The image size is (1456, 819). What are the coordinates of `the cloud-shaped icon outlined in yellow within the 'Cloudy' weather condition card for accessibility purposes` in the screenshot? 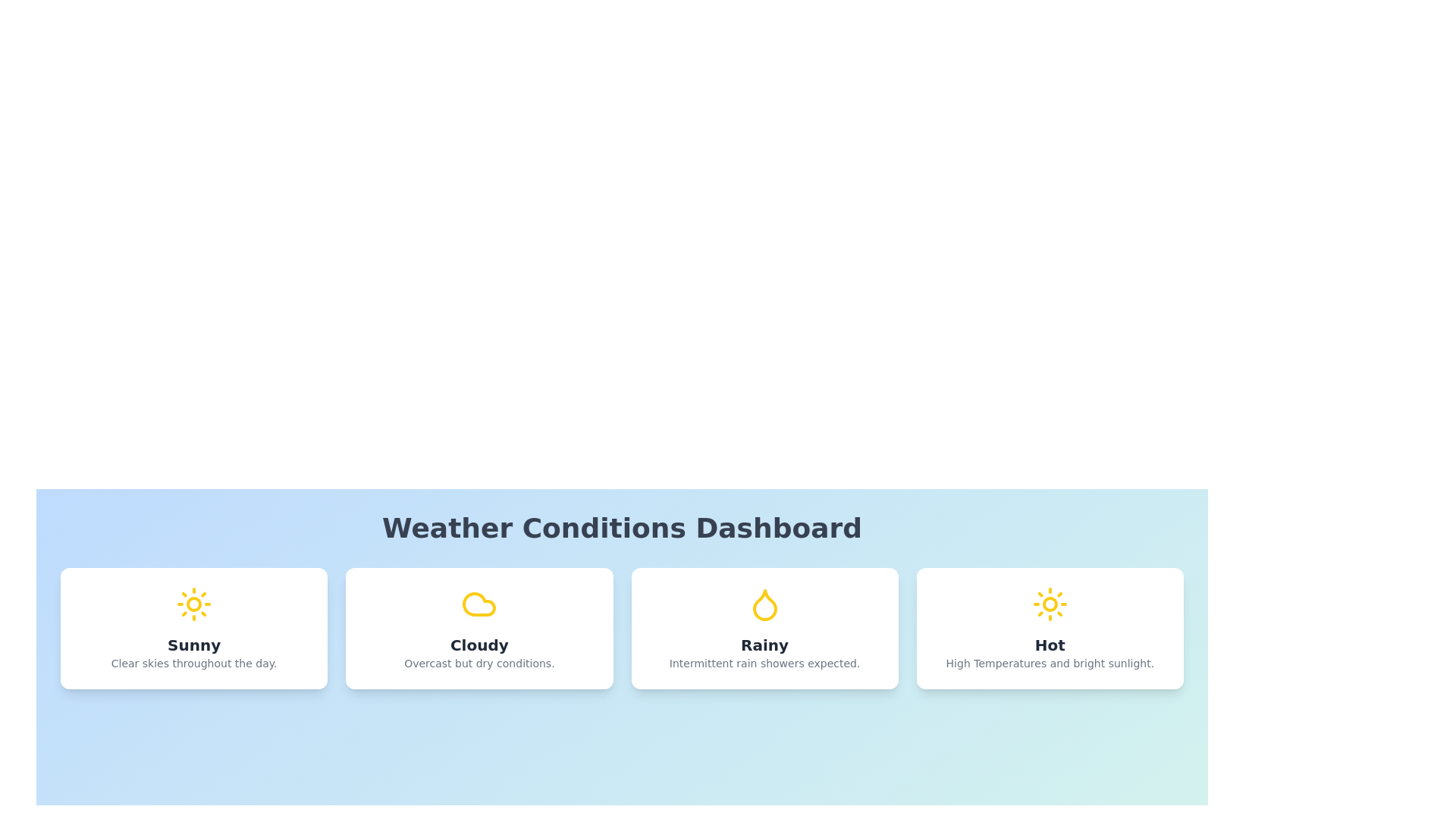 It's located at (479, 604).